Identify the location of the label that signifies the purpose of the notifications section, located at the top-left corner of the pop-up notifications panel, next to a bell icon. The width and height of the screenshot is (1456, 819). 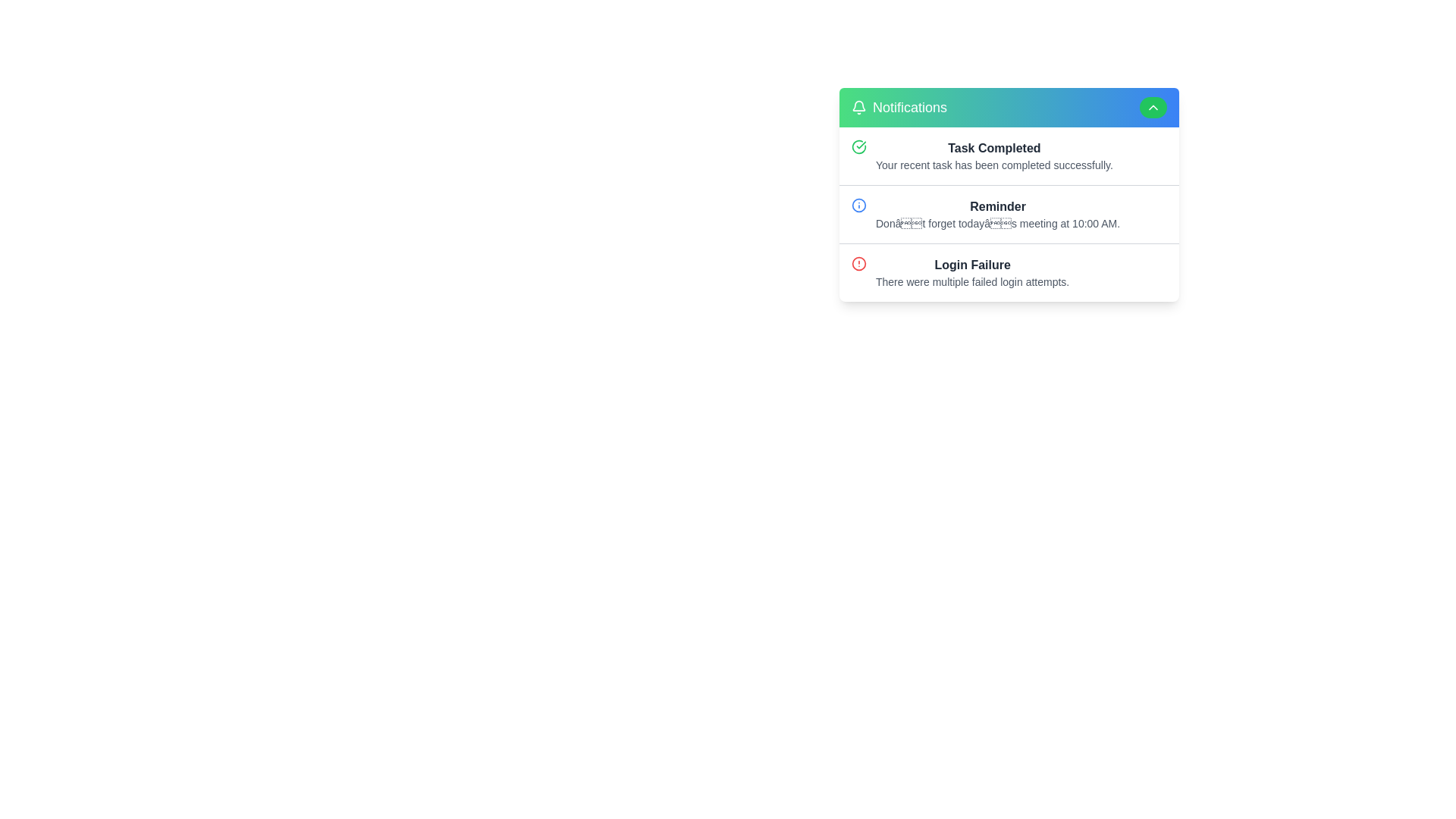
(910, 107).